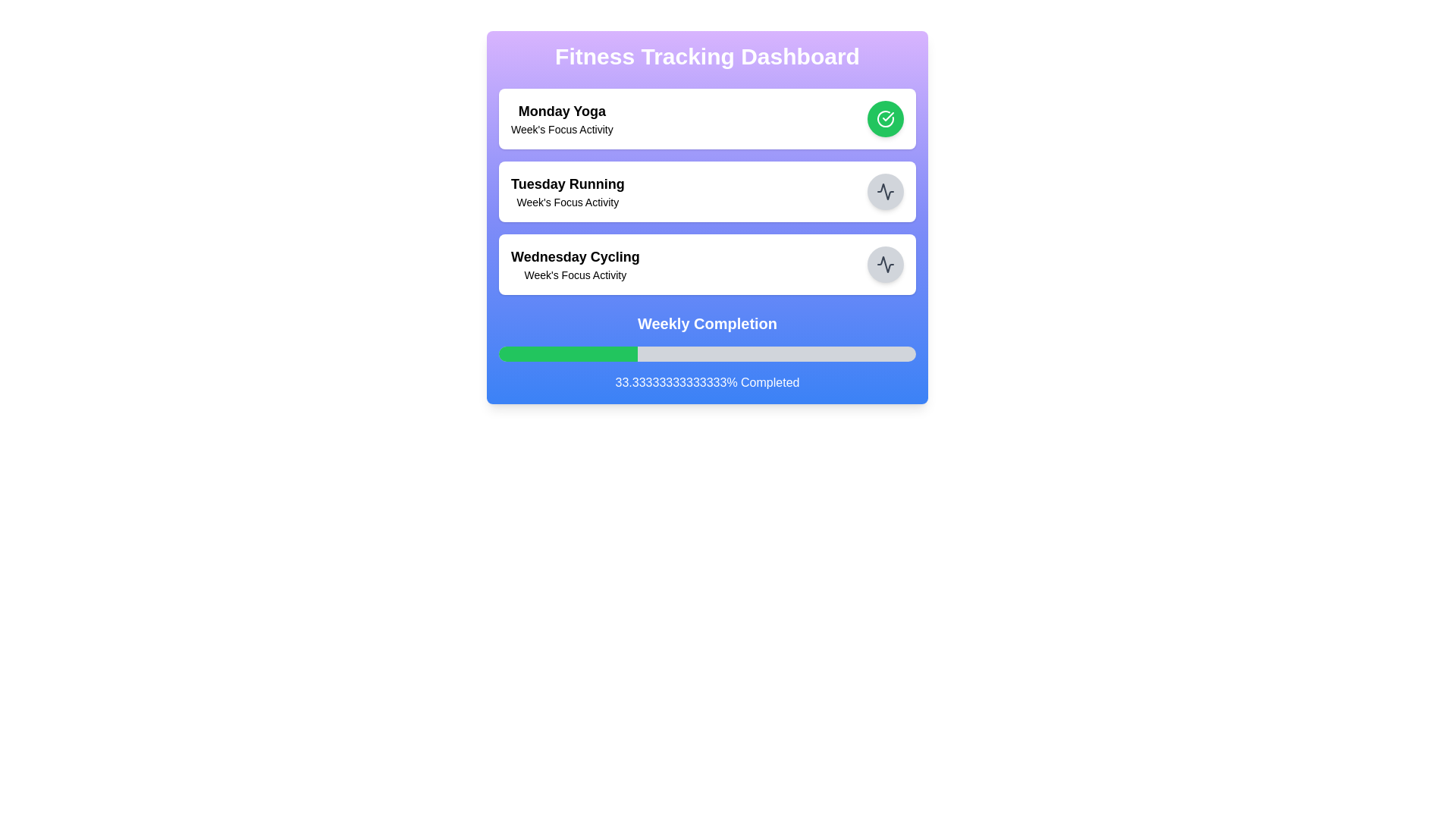 The image size is (1456, 819). What do you see at coordinates (706, 55) in the screenshot?
I see `the main heading element at the top center of the dashboard interface, which serves as the title for the overall content` at bounding box center [706, 55].